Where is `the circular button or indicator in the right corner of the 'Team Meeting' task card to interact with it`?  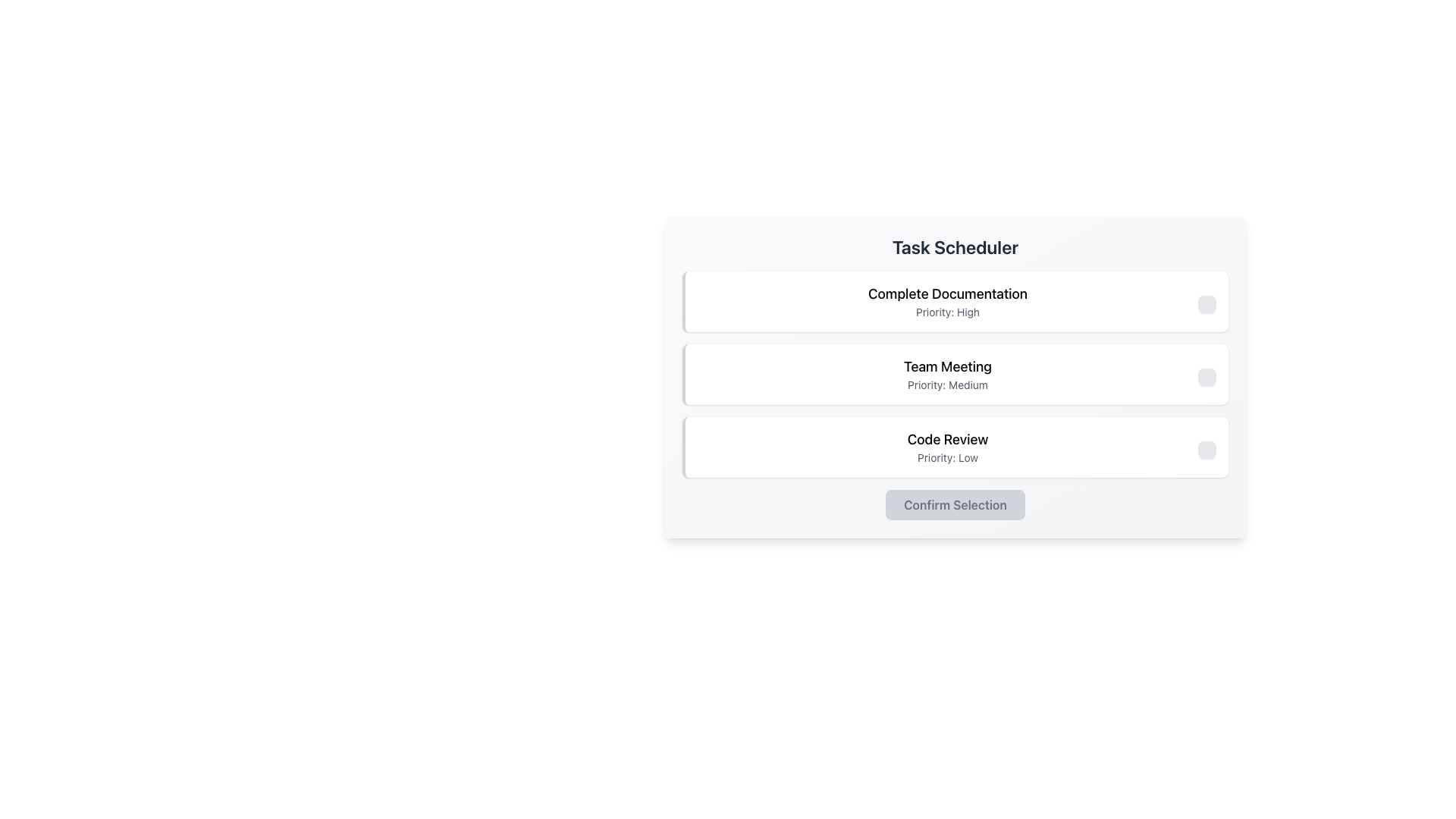 the circular button or indicator in the right corner of the 'Team Meeting' task card to interact with it is located at coordinates (1207, 376).